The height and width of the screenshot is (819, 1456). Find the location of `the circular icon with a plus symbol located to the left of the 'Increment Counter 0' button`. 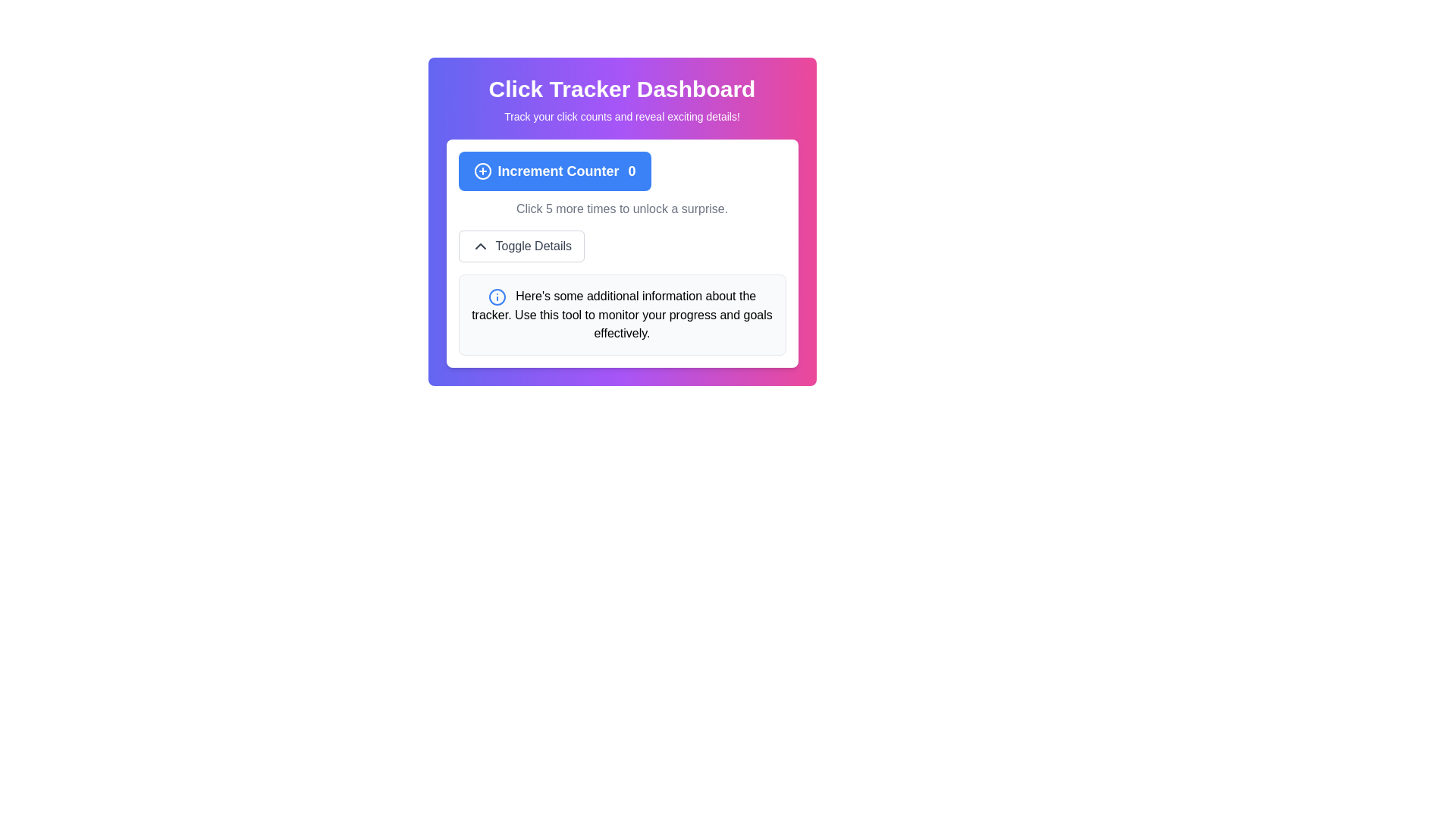

the circular icon with a plus symbol located to the left of the 'Increment Counter 0' button is located at coordinates (482, 171).